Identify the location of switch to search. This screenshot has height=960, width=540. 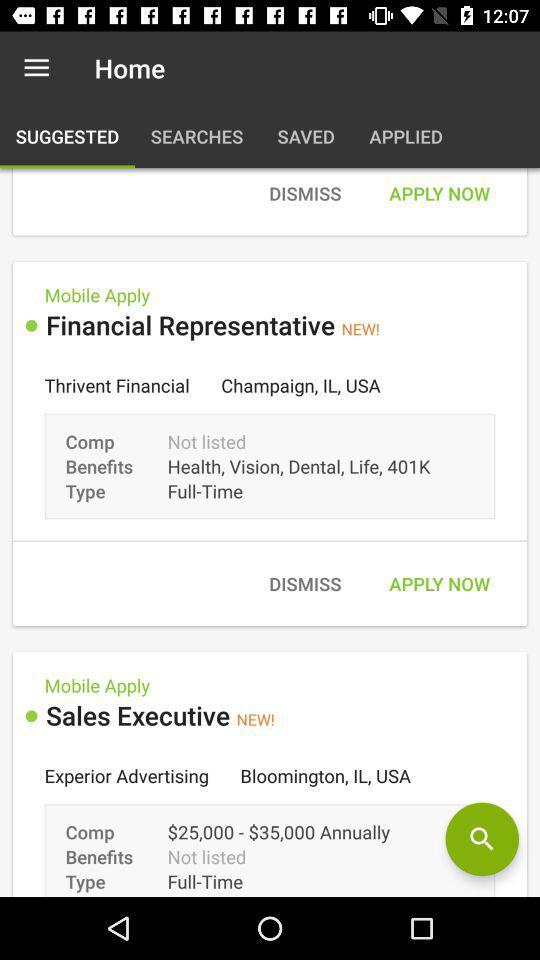
(481, 839).